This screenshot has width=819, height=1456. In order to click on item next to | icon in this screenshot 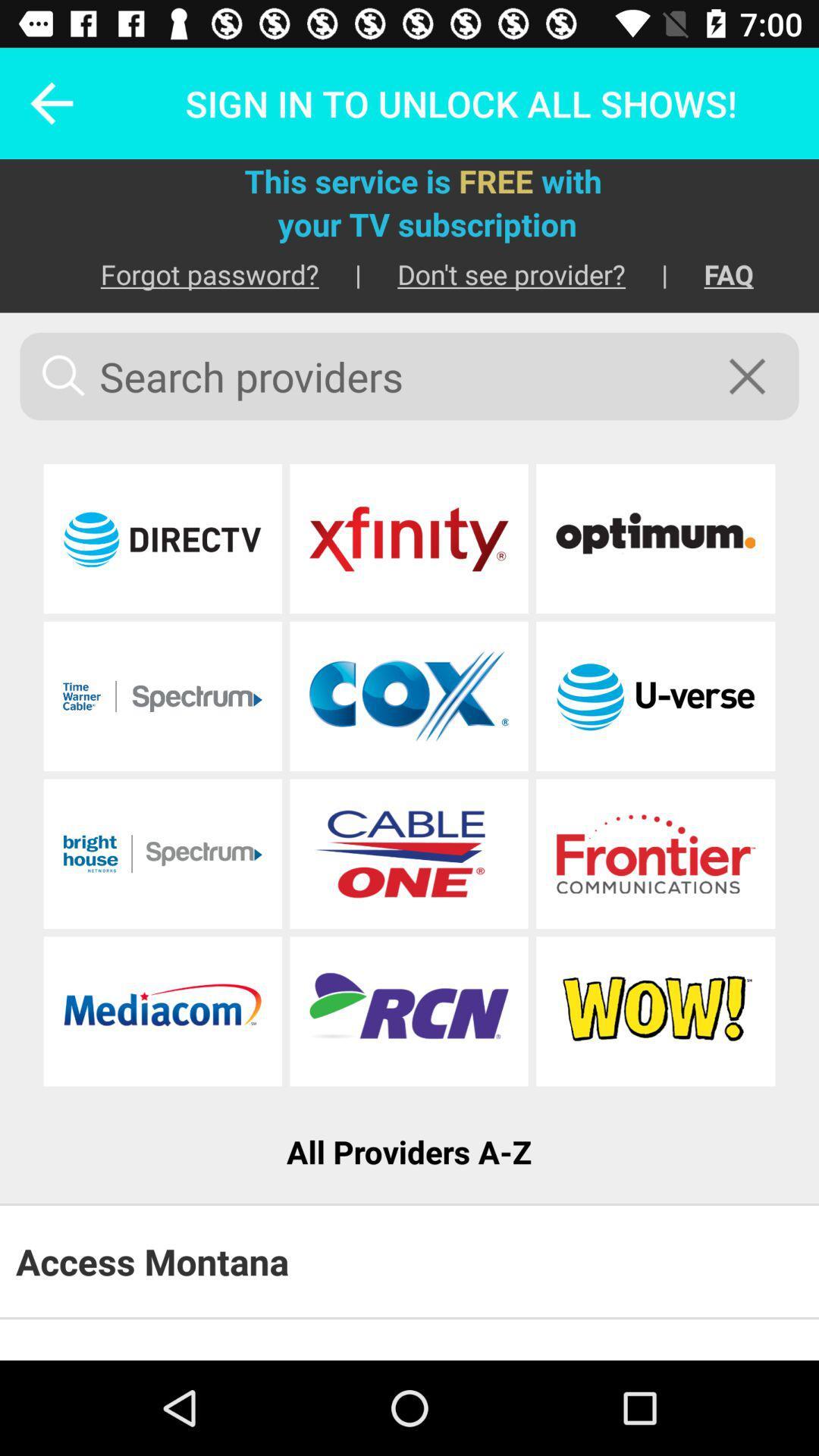, I will do `click(191, 274)`.